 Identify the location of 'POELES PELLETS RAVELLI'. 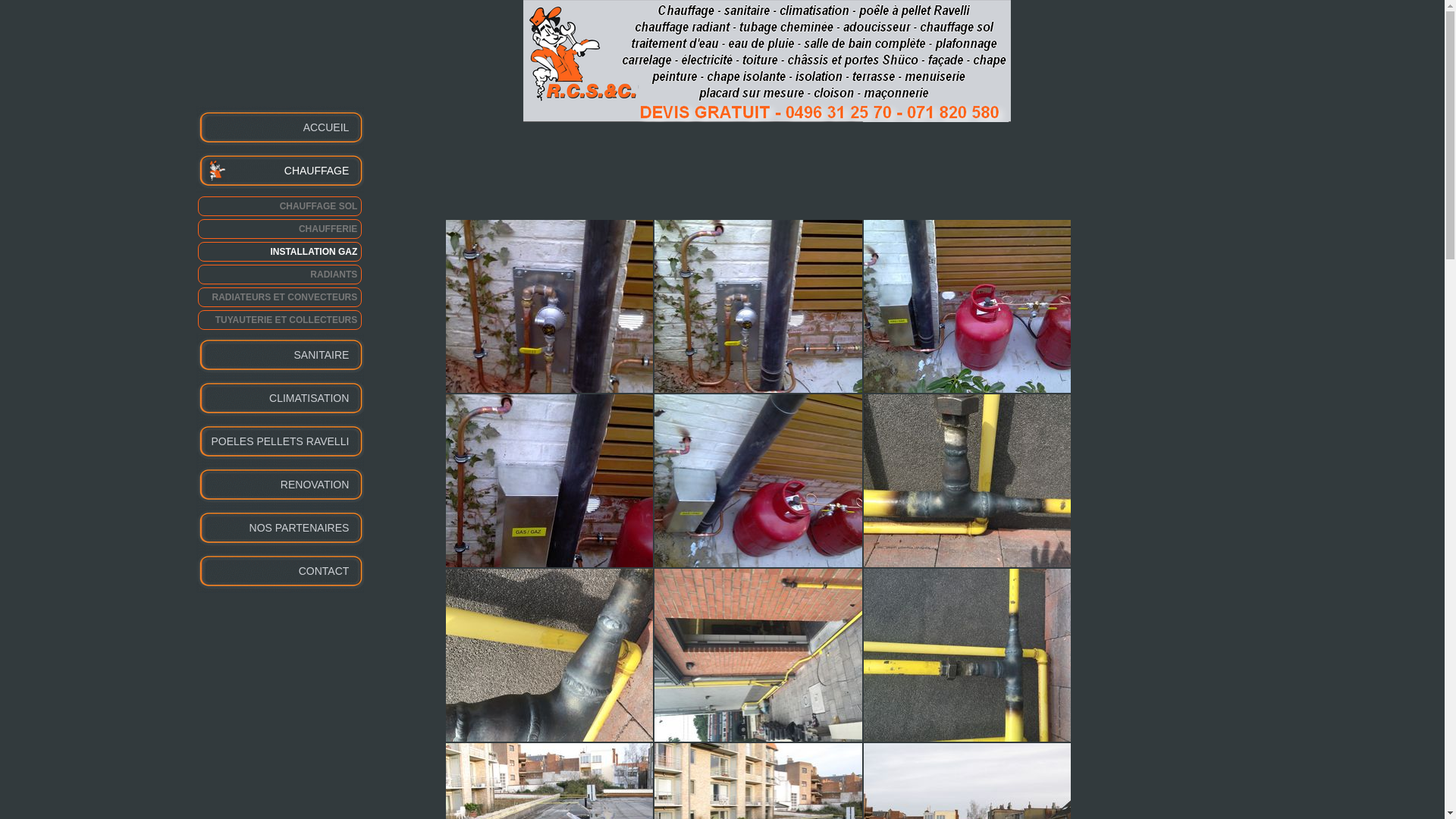
(280, 441).